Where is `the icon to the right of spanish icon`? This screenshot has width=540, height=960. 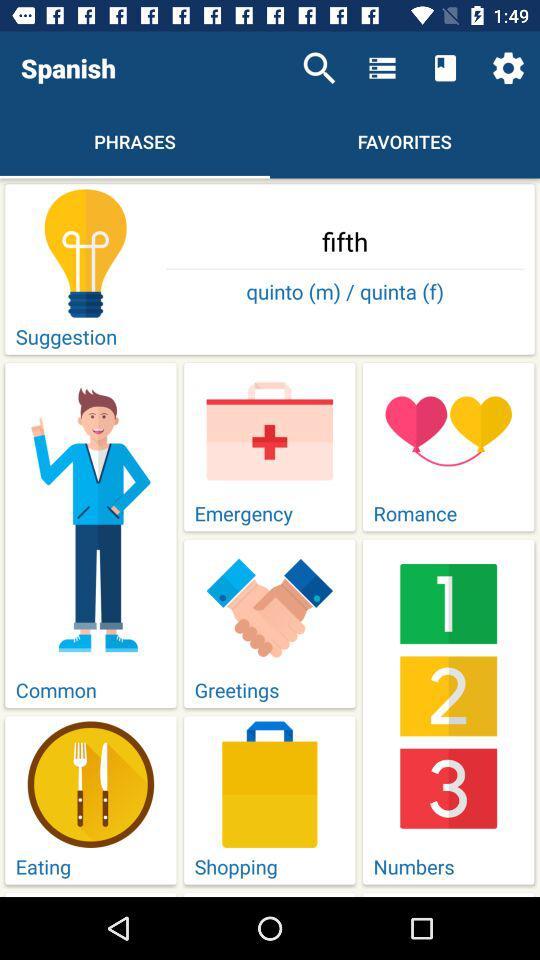
the icon to the right of spanish icon is located at coordinates (319, 68).